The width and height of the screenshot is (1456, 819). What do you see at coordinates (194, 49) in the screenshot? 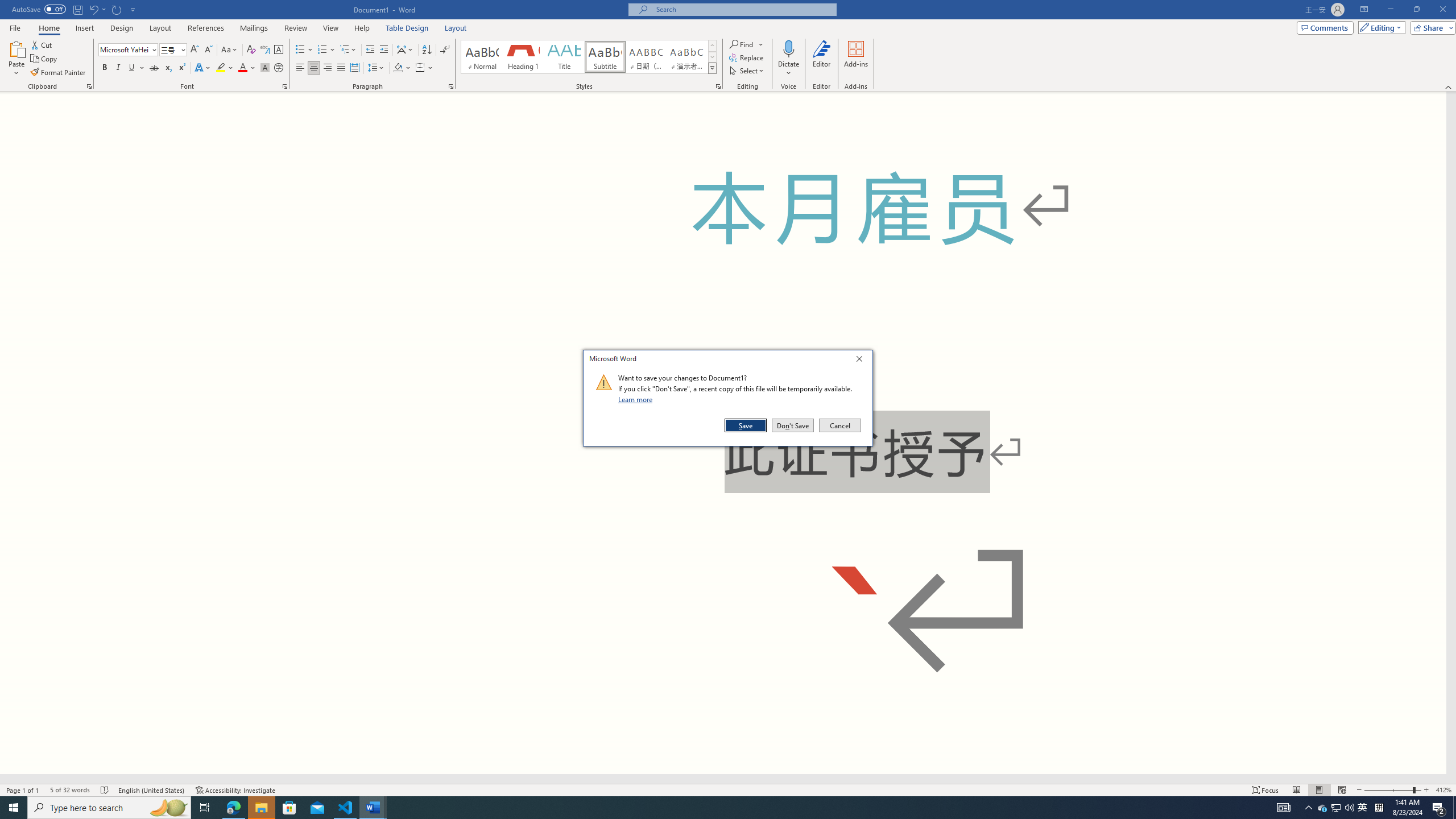
I see `'Grow Font'` at bounding box center [194, 49].